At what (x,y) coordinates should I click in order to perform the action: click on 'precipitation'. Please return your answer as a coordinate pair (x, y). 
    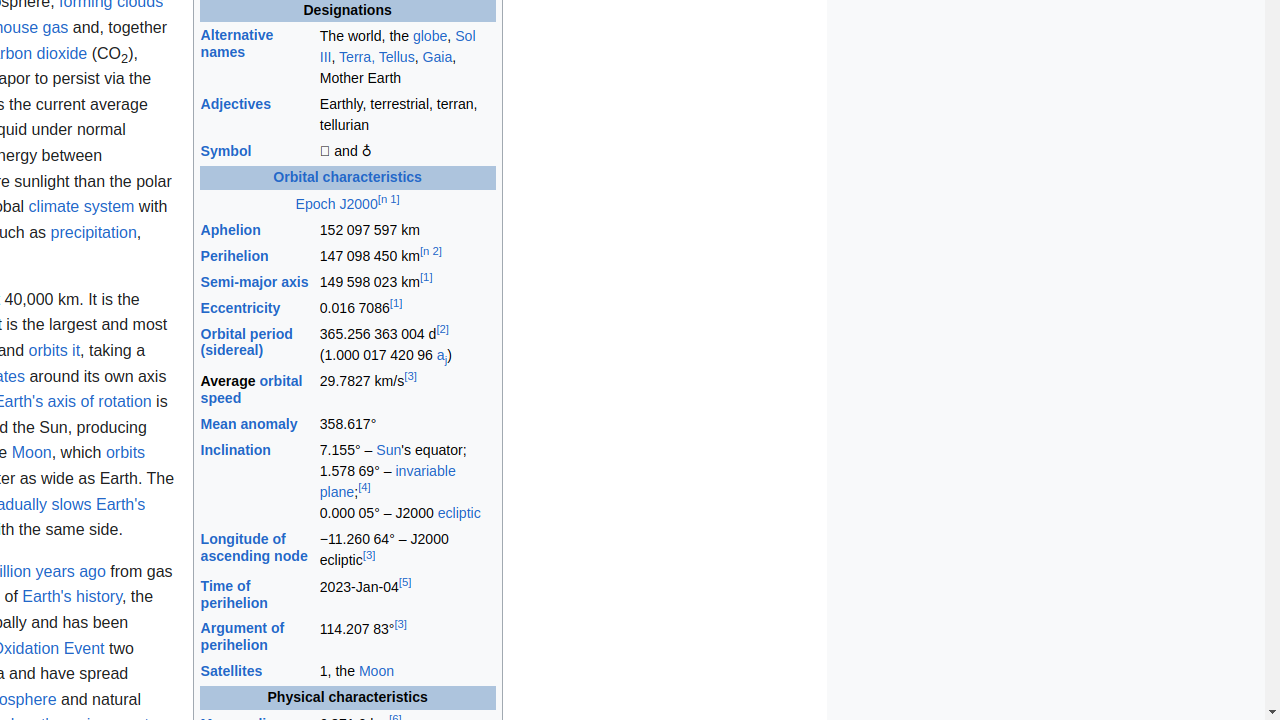
    Looking at the image, I should click on (92, 230).